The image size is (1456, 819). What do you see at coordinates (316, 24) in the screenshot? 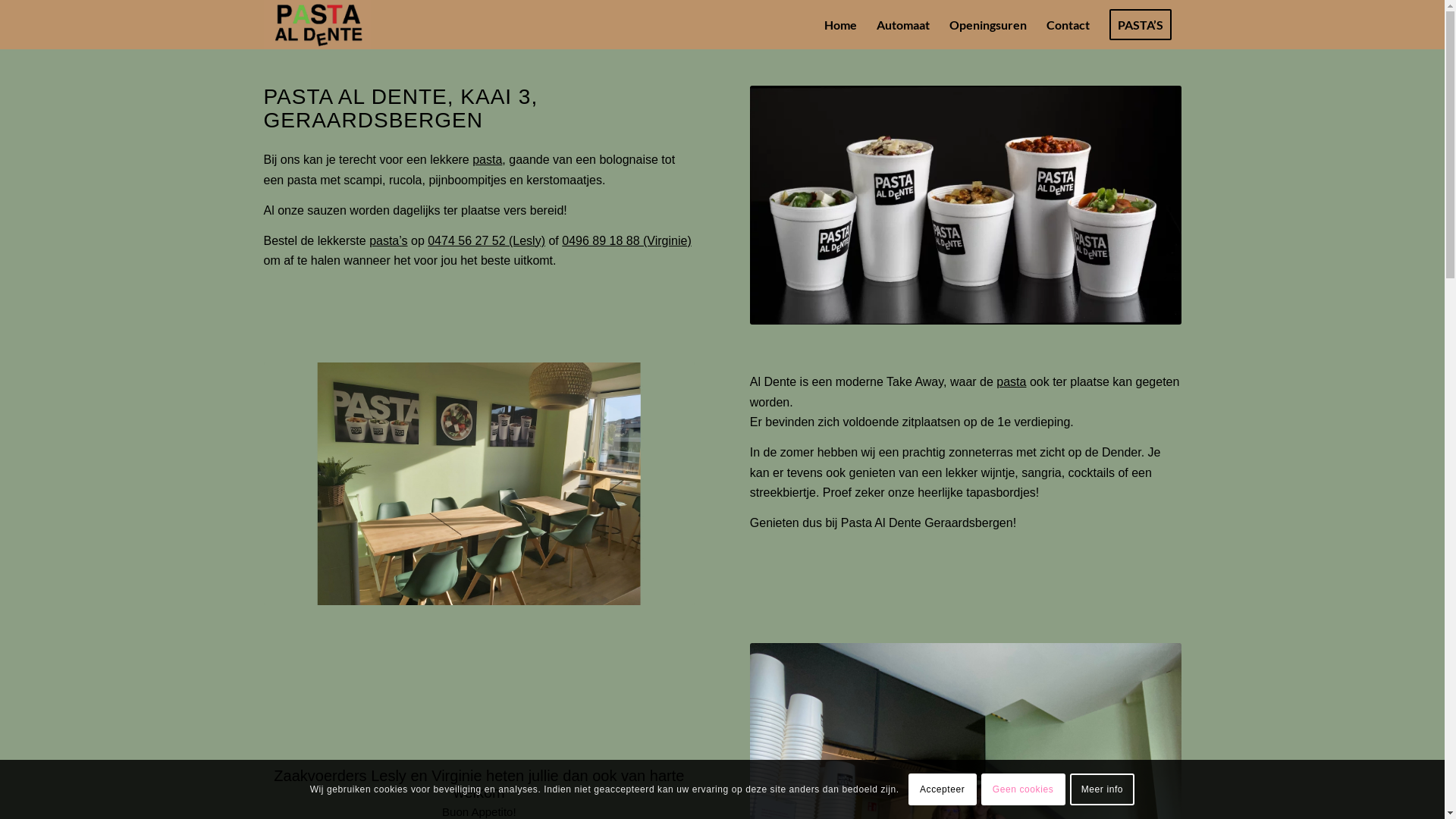
I see `'logo_enfold'` at bounding box center [316, 24].